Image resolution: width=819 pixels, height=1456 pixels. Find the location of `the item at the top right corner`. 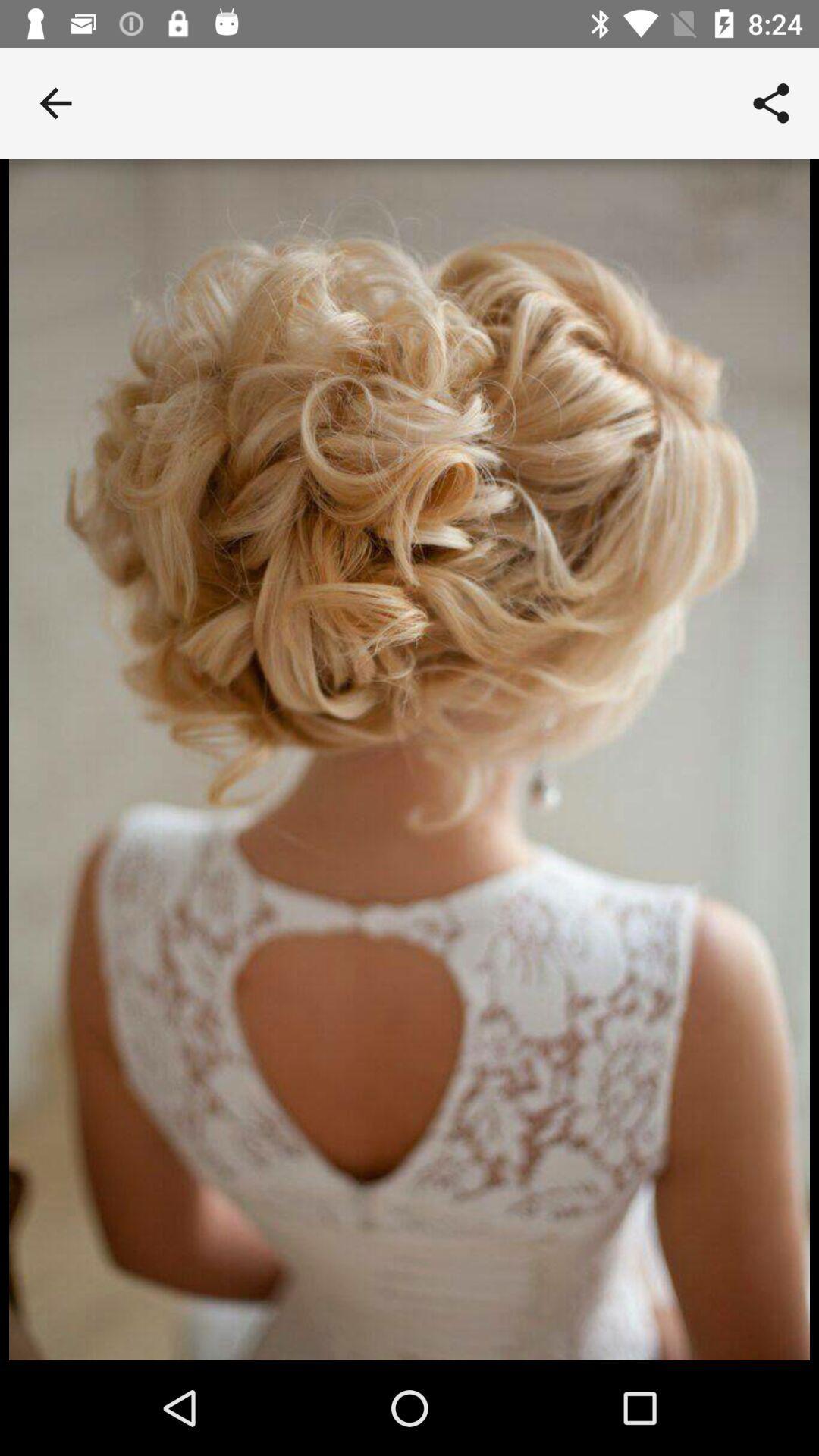

the item at the top right corner is located at coordinates (771, 102).